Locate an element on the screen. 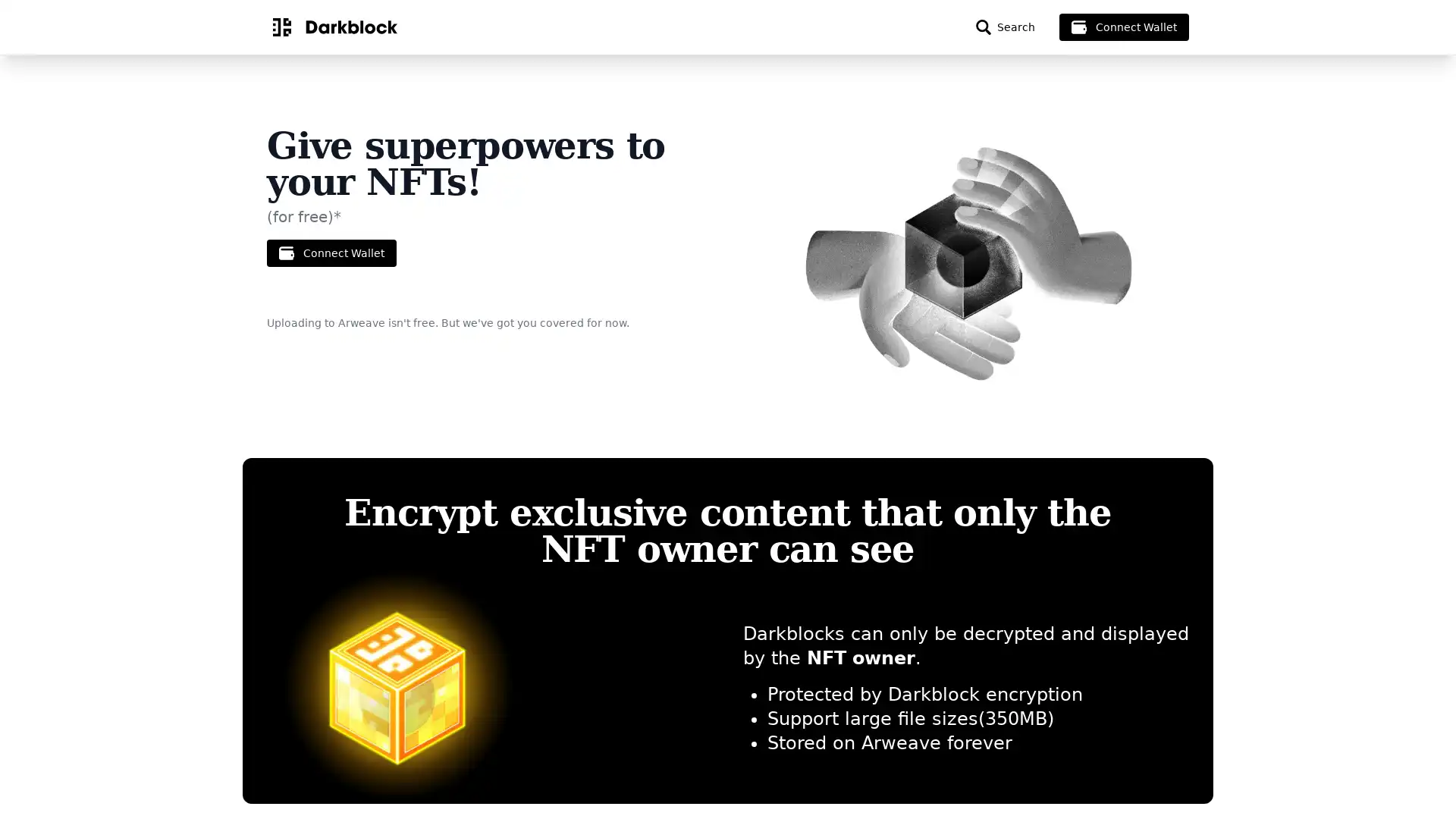 This screenshot has width=1456, height=819. Wallet Connect Wallet is located at coordinates (331, 253).